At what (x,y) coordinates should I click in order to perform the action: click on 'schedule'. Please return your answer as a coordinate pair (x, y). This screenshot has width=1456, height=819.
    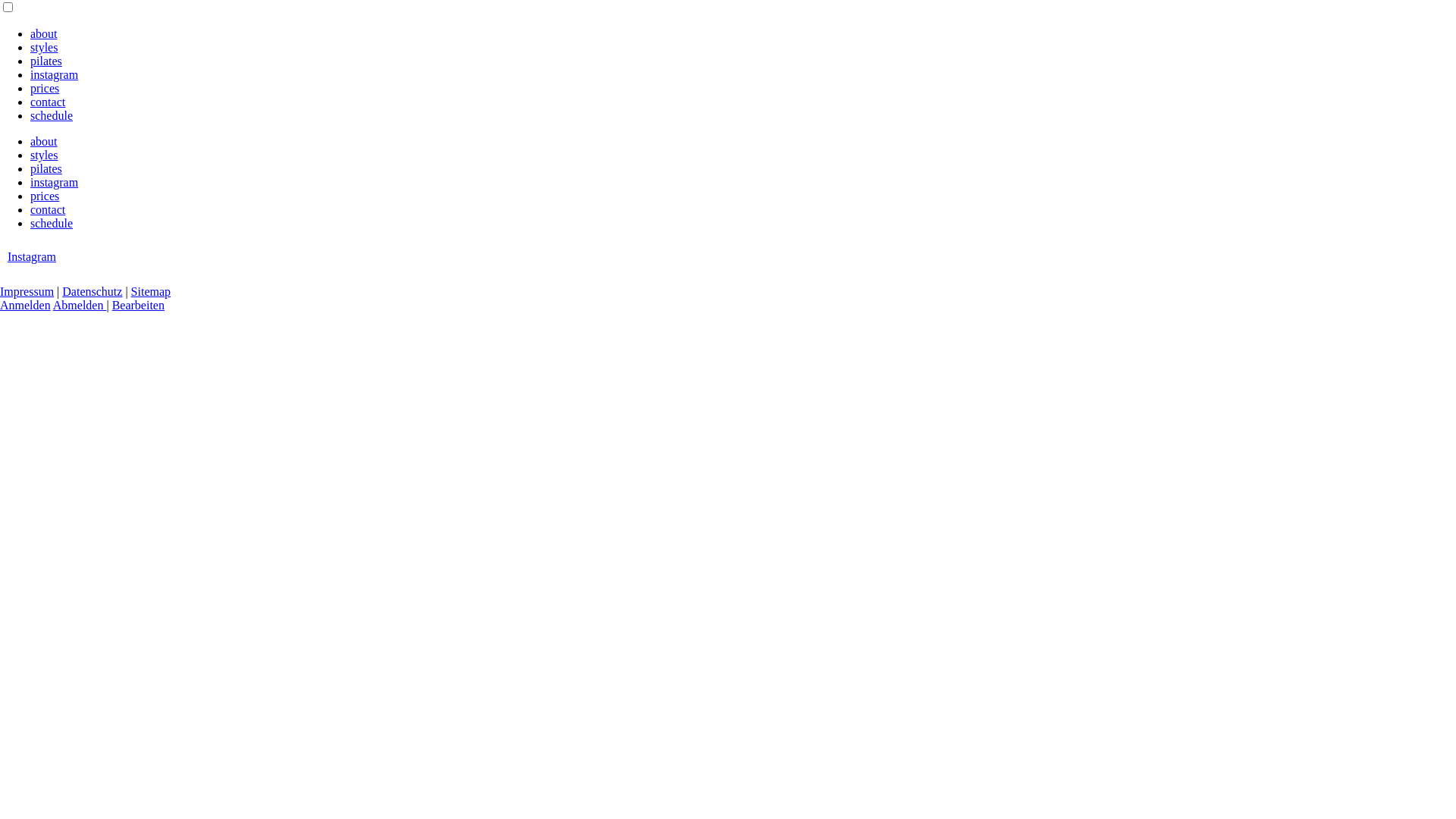
    Looking at the image, I should click on (51, 115).